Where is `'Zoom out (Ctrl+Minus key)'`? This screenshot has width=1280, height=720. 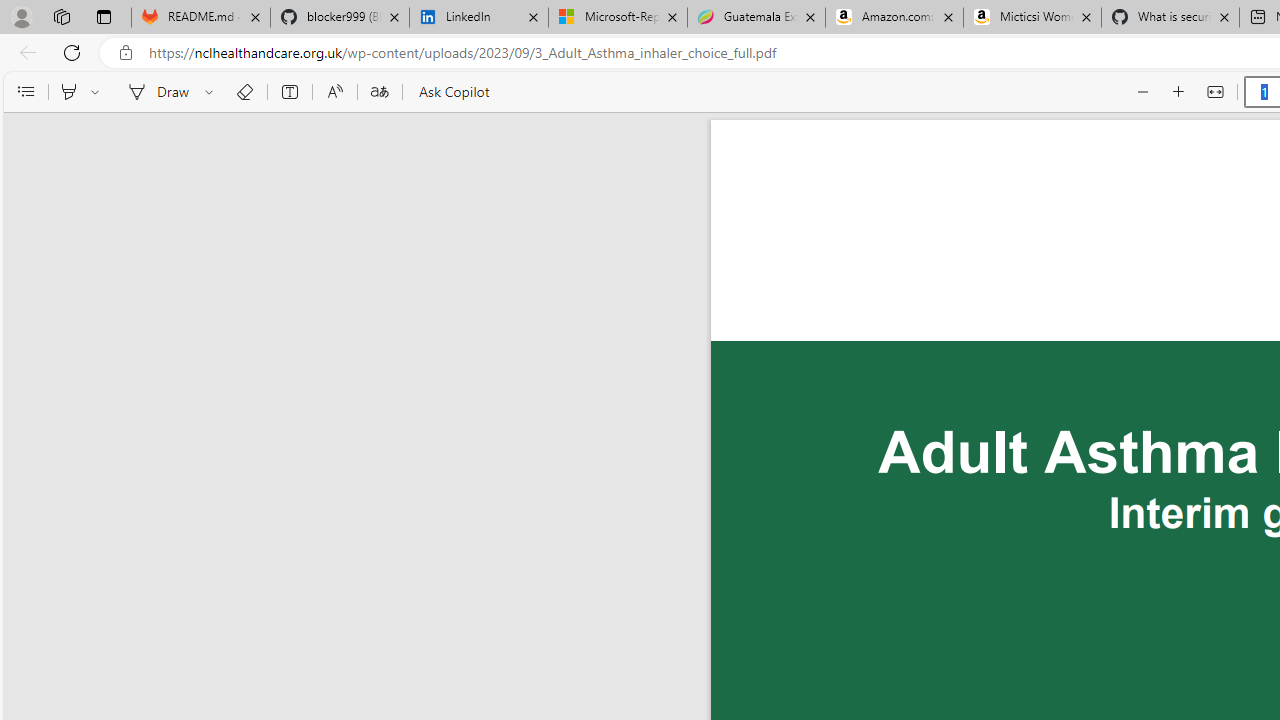 'Zoom out (Ctrl+Minus key)' is located at coordinates (1143, 92).